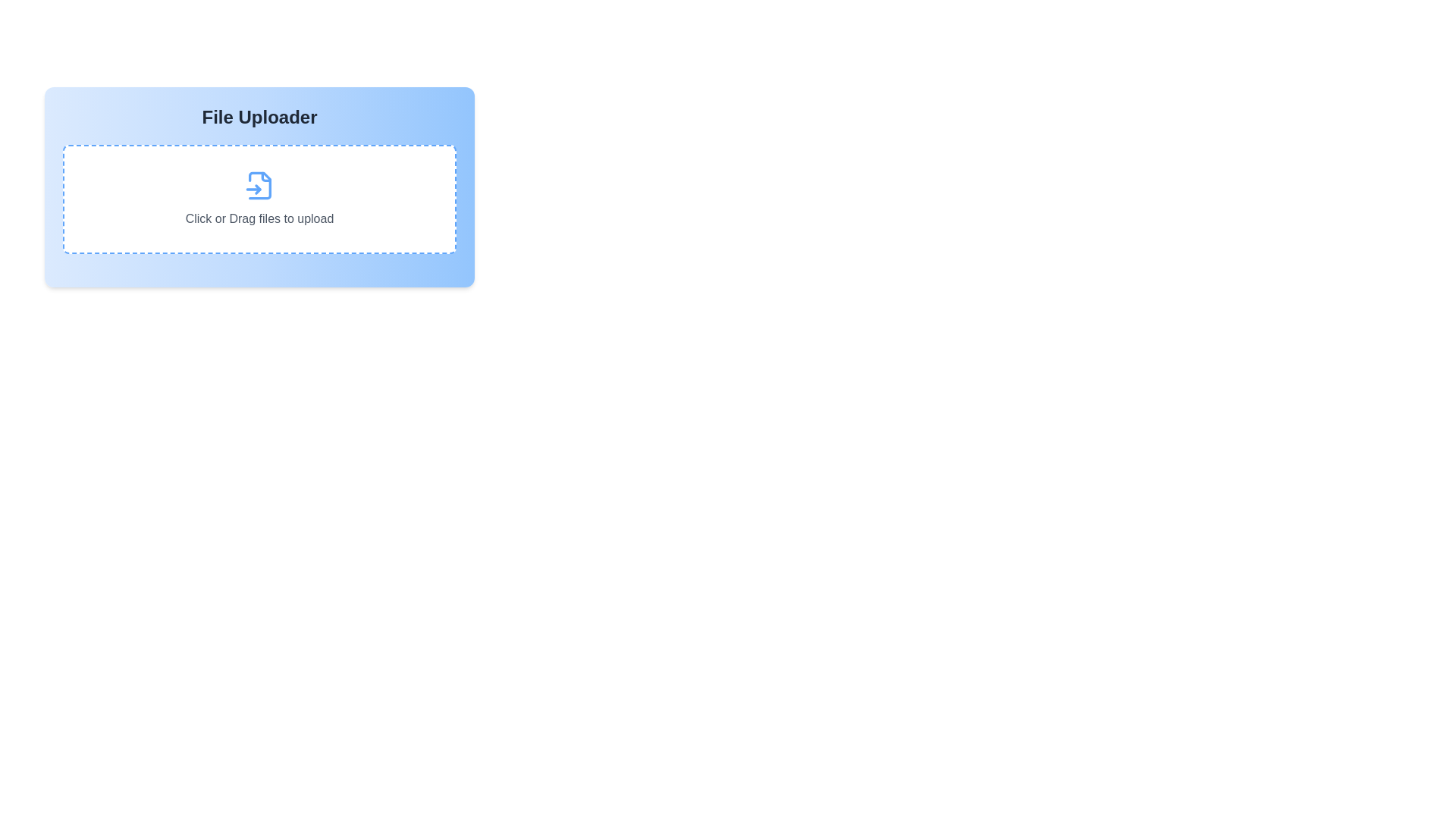 This screenshot has height=819, width=1456. What do you see at coordinates (259, 185) in the screenshot?
I see `the blue-colored file upload icon with an inward pointing arrow, located centrally within the dashed rectangular upload zone` at bounding box center [259, 185].